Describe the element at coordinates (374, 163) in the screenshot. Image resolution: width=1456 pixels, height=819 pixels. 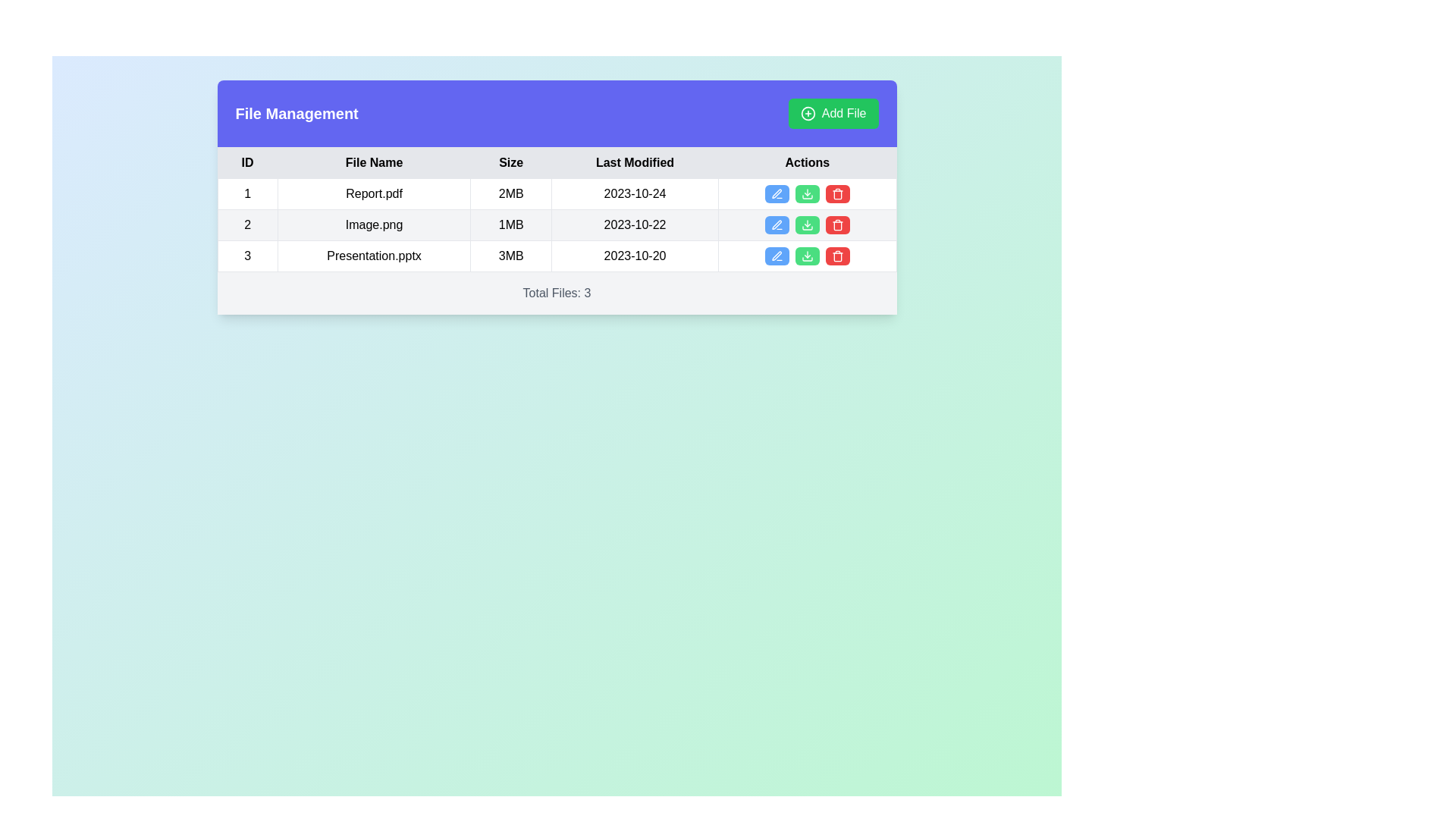
I see `the 'File Name' text label in the table header, which is styled in bold black text and surrounded by a light gray background, positioned between the 'ID' and 'Size' headers` at that location.